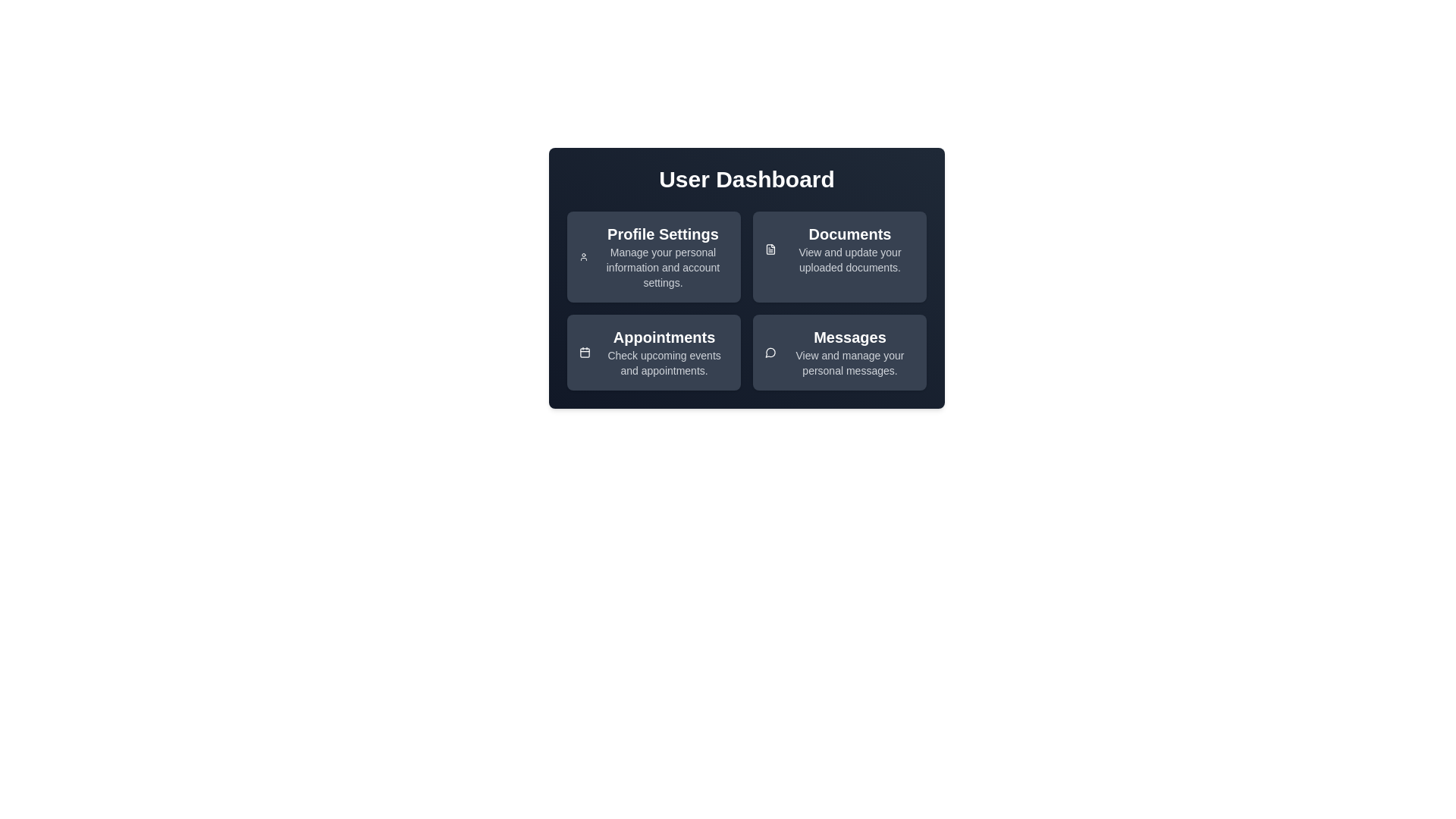  Describe the element at coordinates (654, 256) in the screenshot. I see `the 'Profile Settings' card to navigate to the profile settings page` at that location.